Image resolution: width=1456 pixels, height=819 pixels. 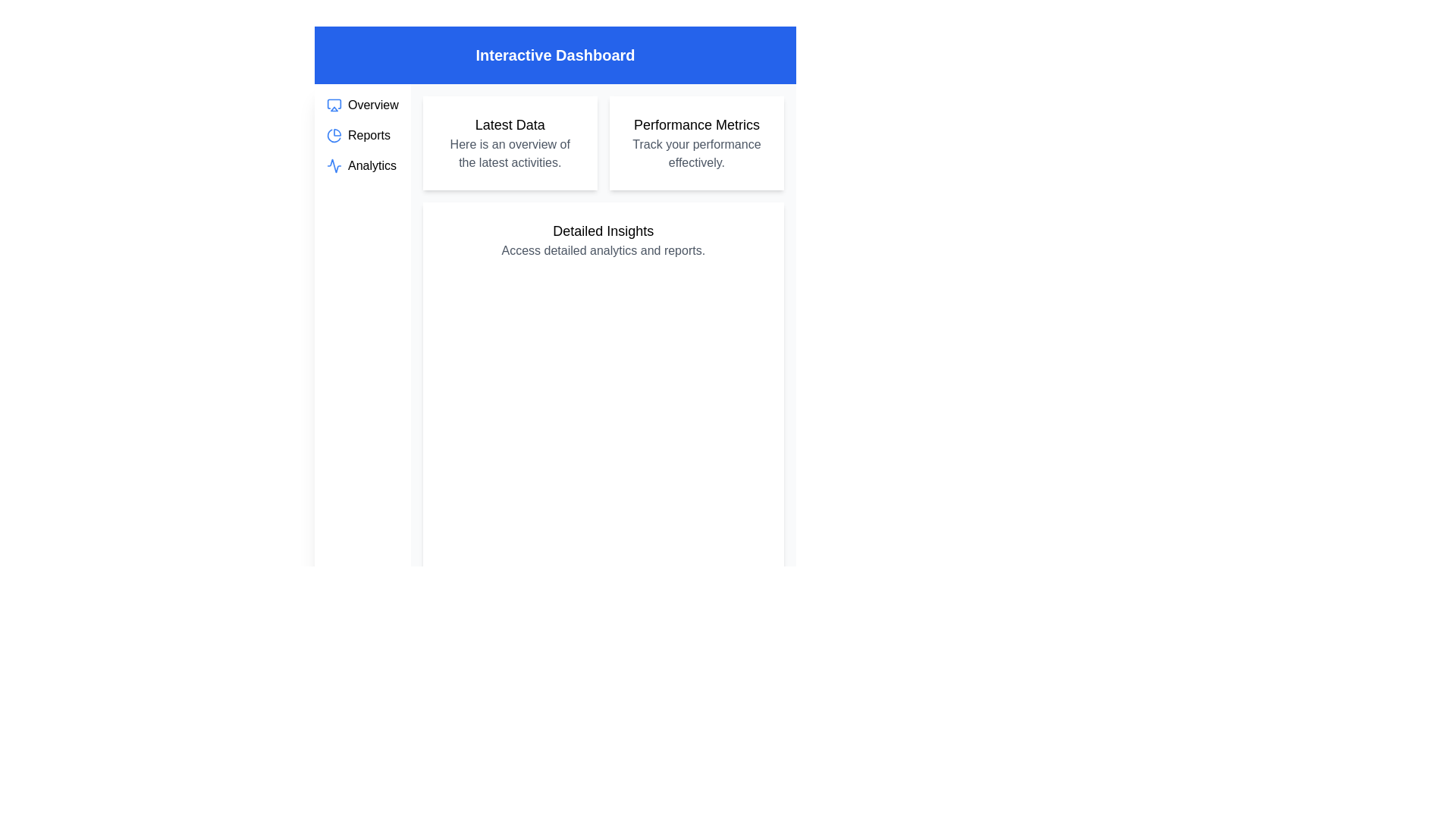 What do you see at coordinates (510, 154) in the screenshot?
I see `the descriptive text block that reads 'Here is an overview of the latest activities.' located within the white card titled 'Latest Data'` at bounding box center [510, 154].